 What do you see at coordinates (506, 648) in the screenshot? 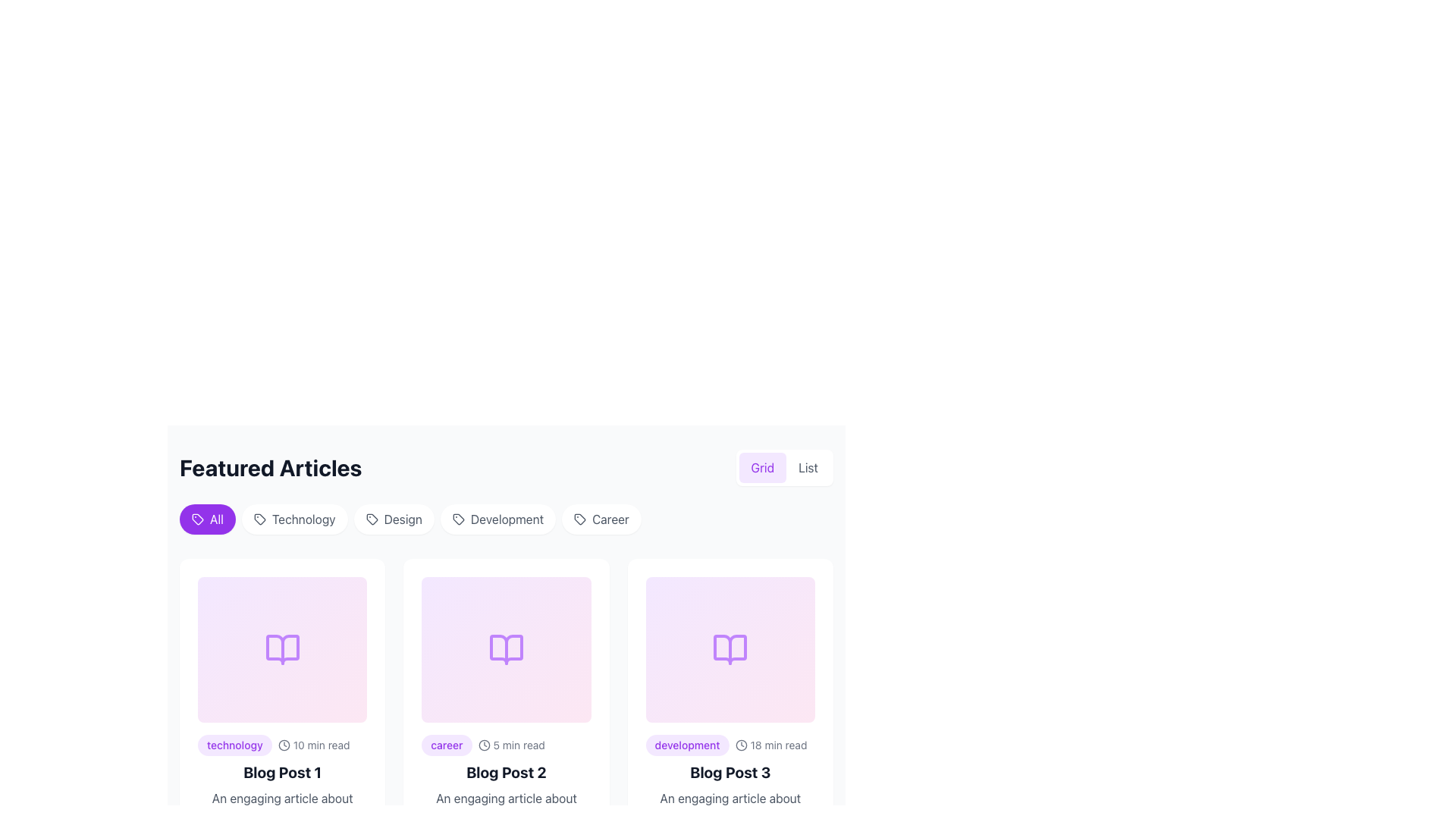
I see `the book icon representing 'Blog Post 2' located within the second card of the 'Featured Articles' section` at bounding box center [506, 648].